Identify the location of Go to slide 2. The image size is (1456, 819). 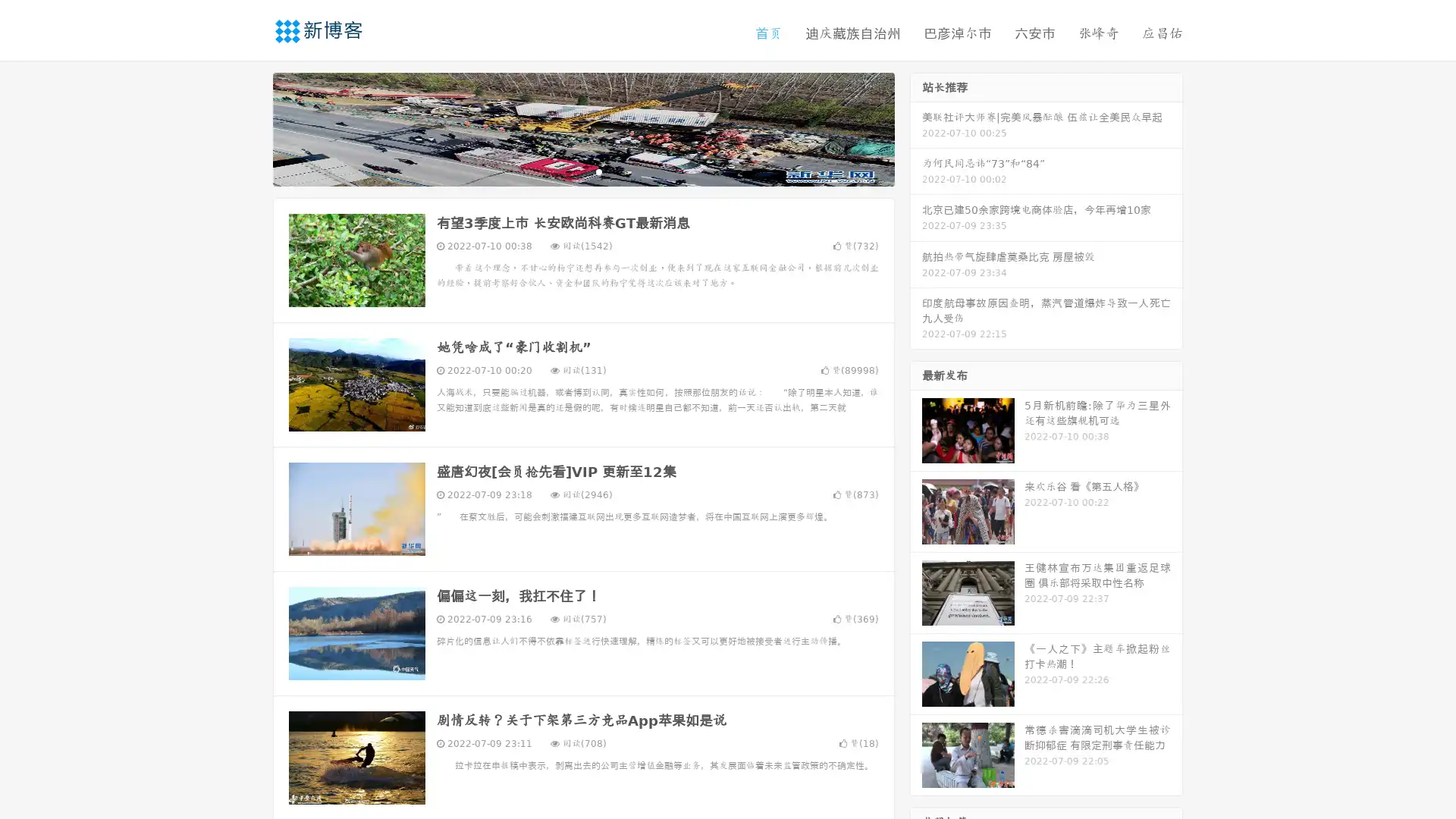
(582, 171).